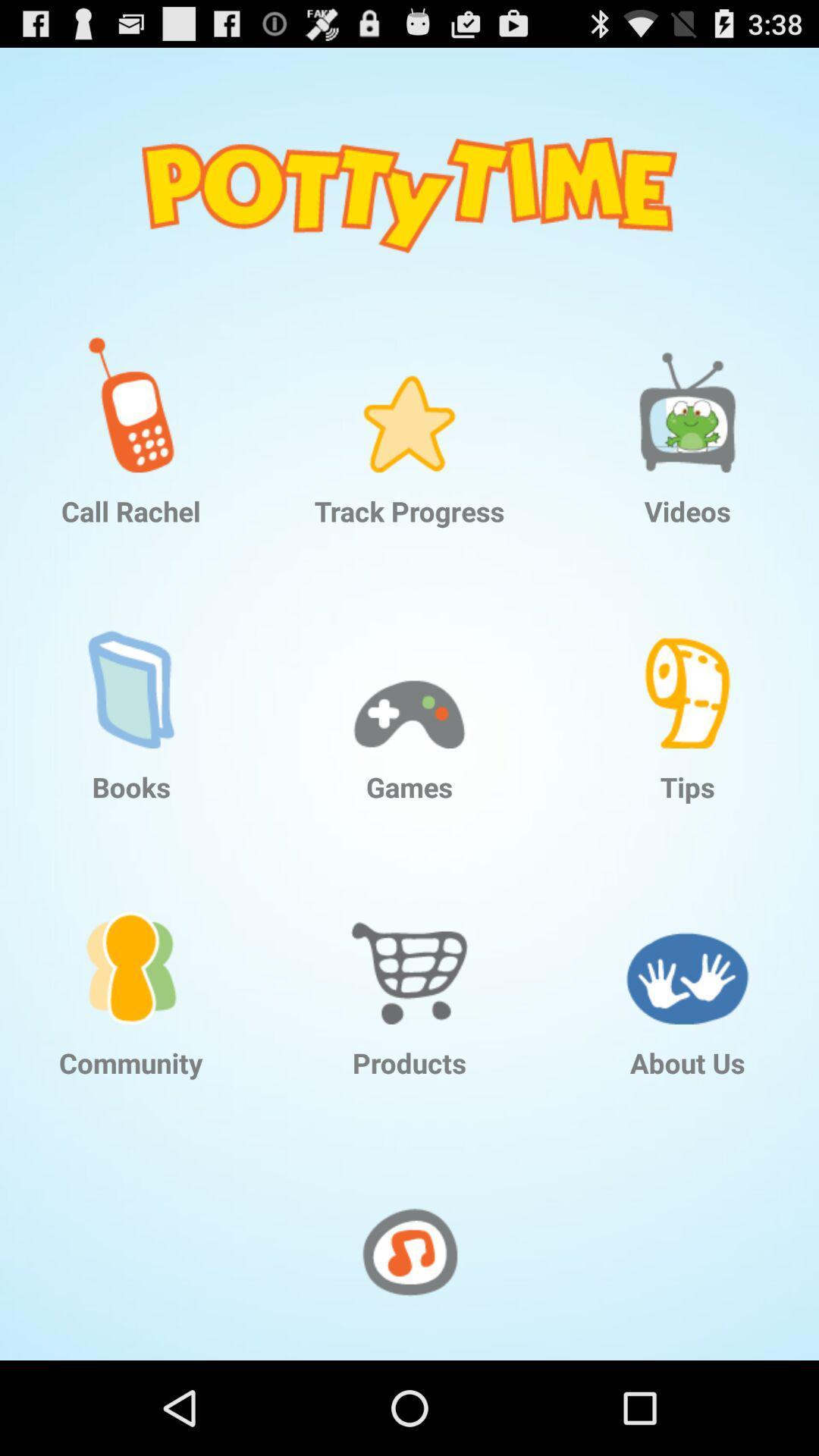 This screenshot has width=819, height=1456. What do you see at coordinates (687, 943) in the screenshot?
I see `the item above the about us` at bounding box center [687, 943].